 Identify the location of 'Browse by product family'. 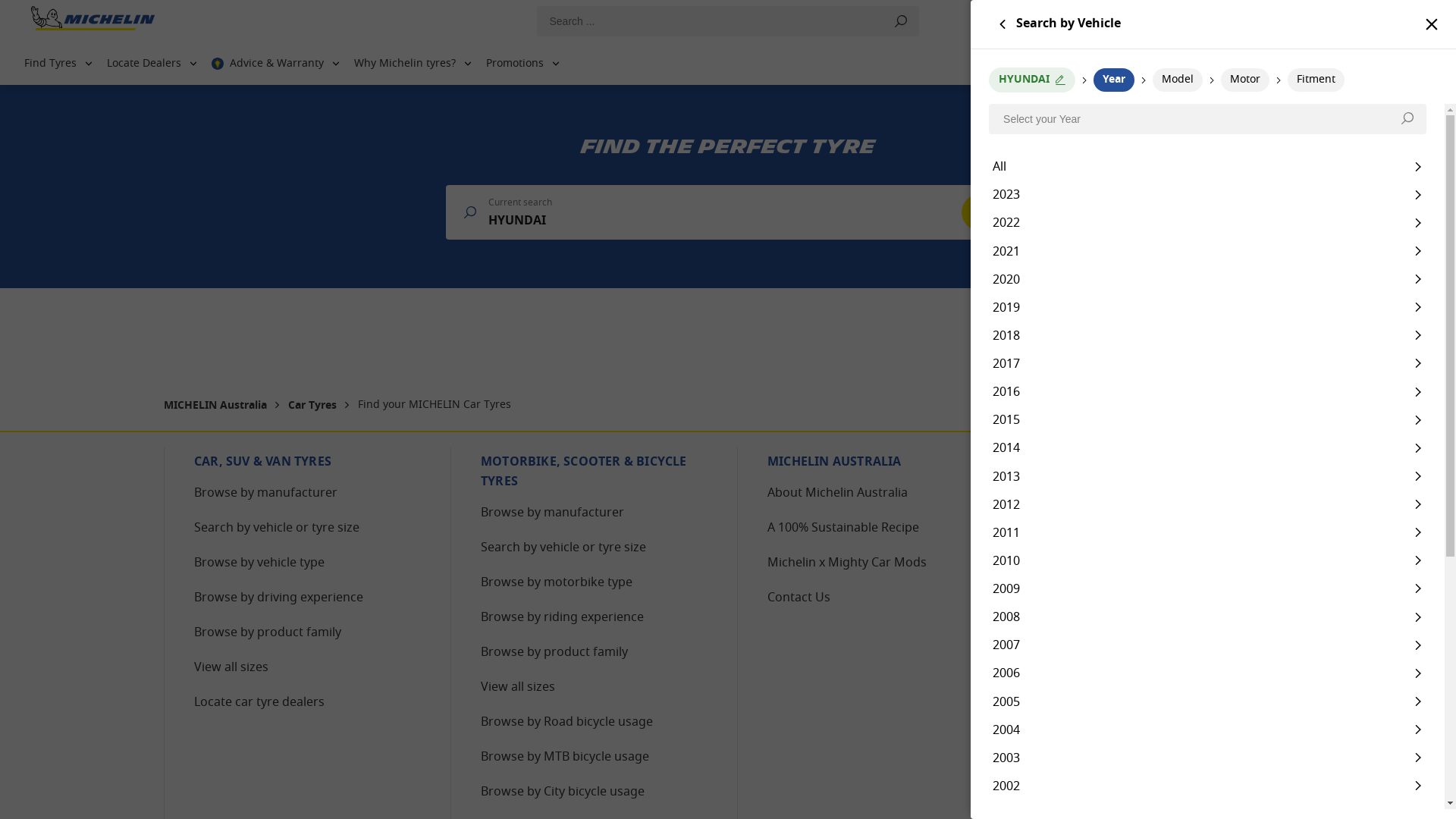
(268, 632).